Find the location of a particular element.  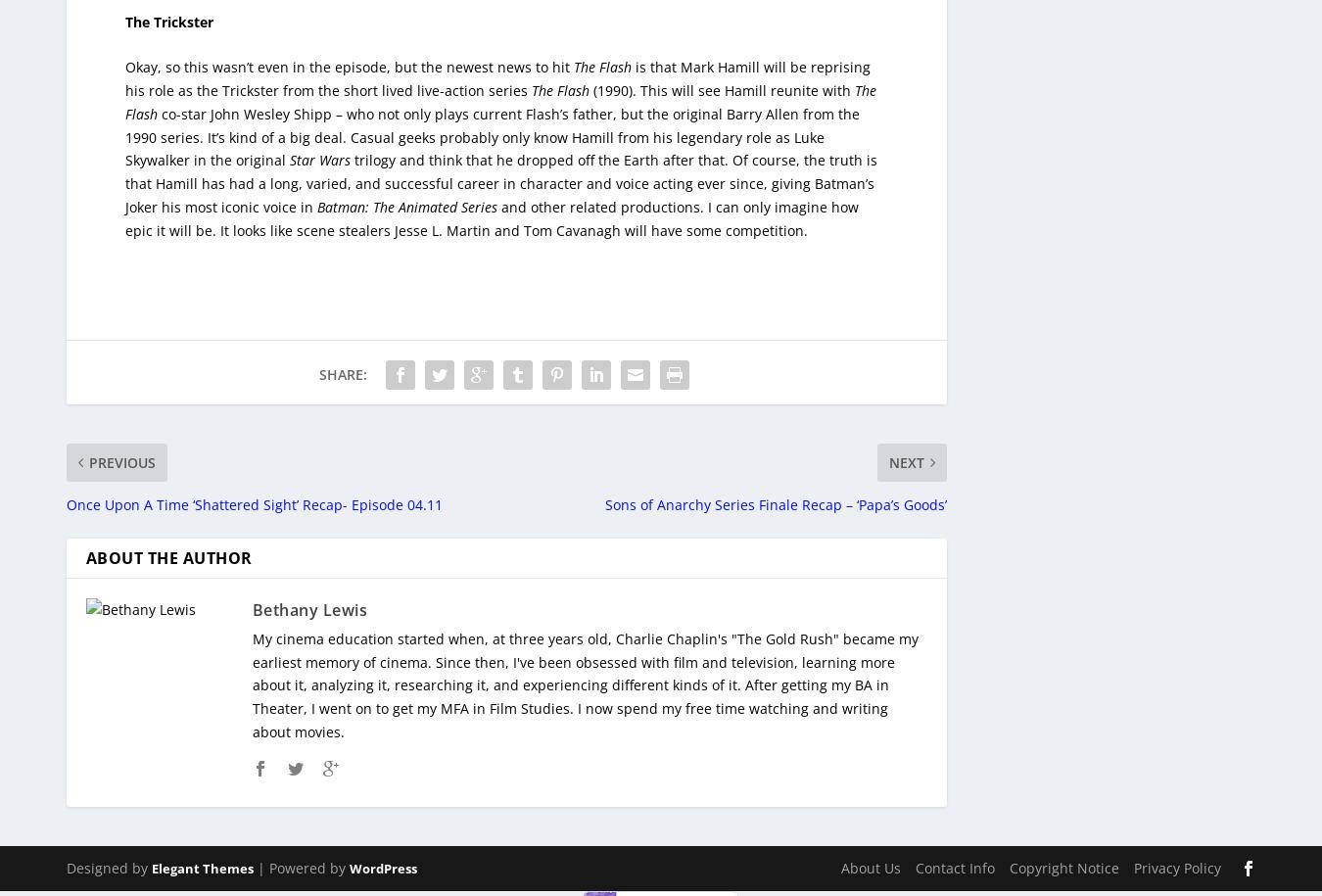

'About The Author' is located at coordinates (167, 544).